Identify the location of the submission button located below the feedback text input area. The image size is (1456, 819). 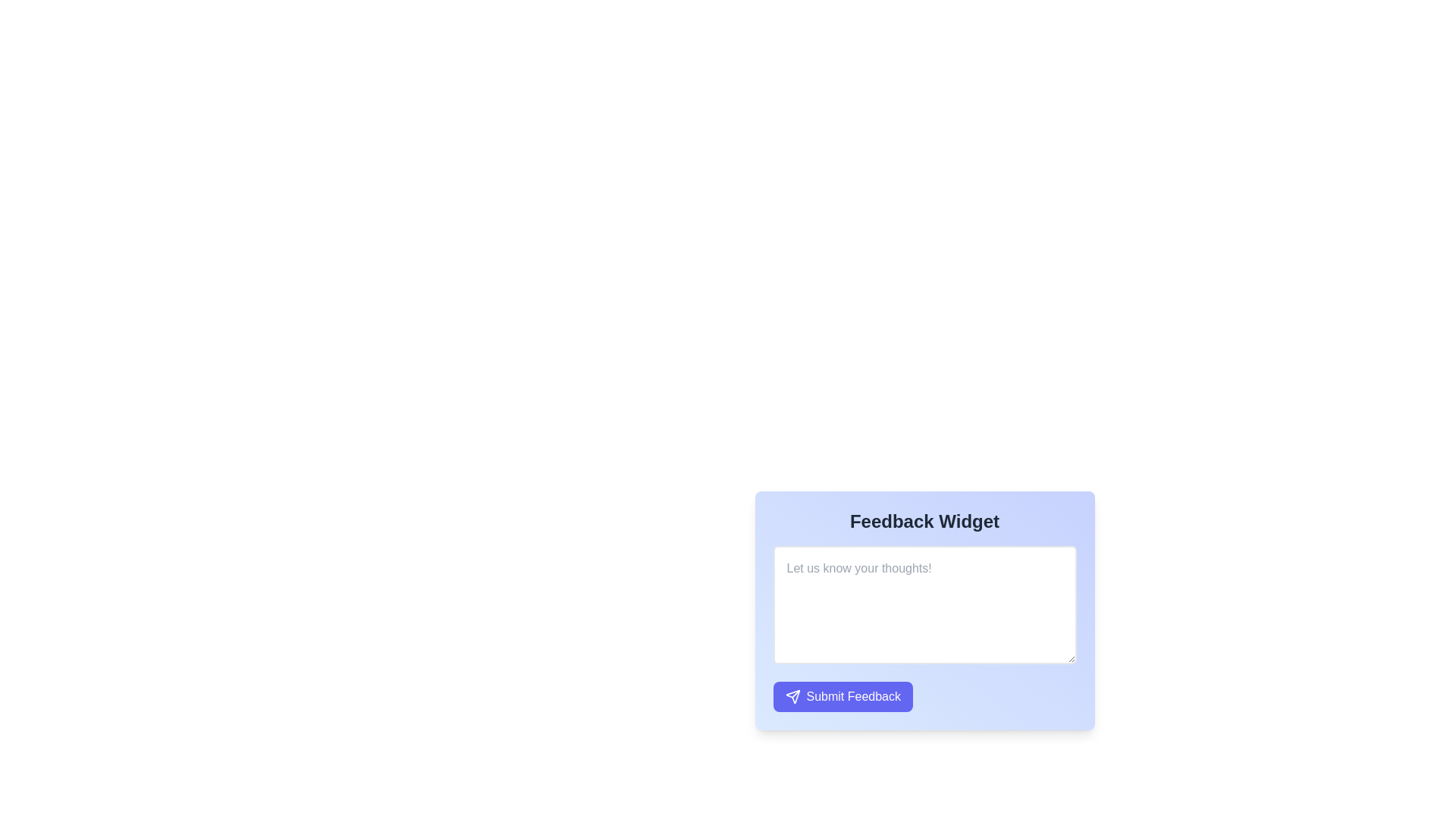
(842, 696).